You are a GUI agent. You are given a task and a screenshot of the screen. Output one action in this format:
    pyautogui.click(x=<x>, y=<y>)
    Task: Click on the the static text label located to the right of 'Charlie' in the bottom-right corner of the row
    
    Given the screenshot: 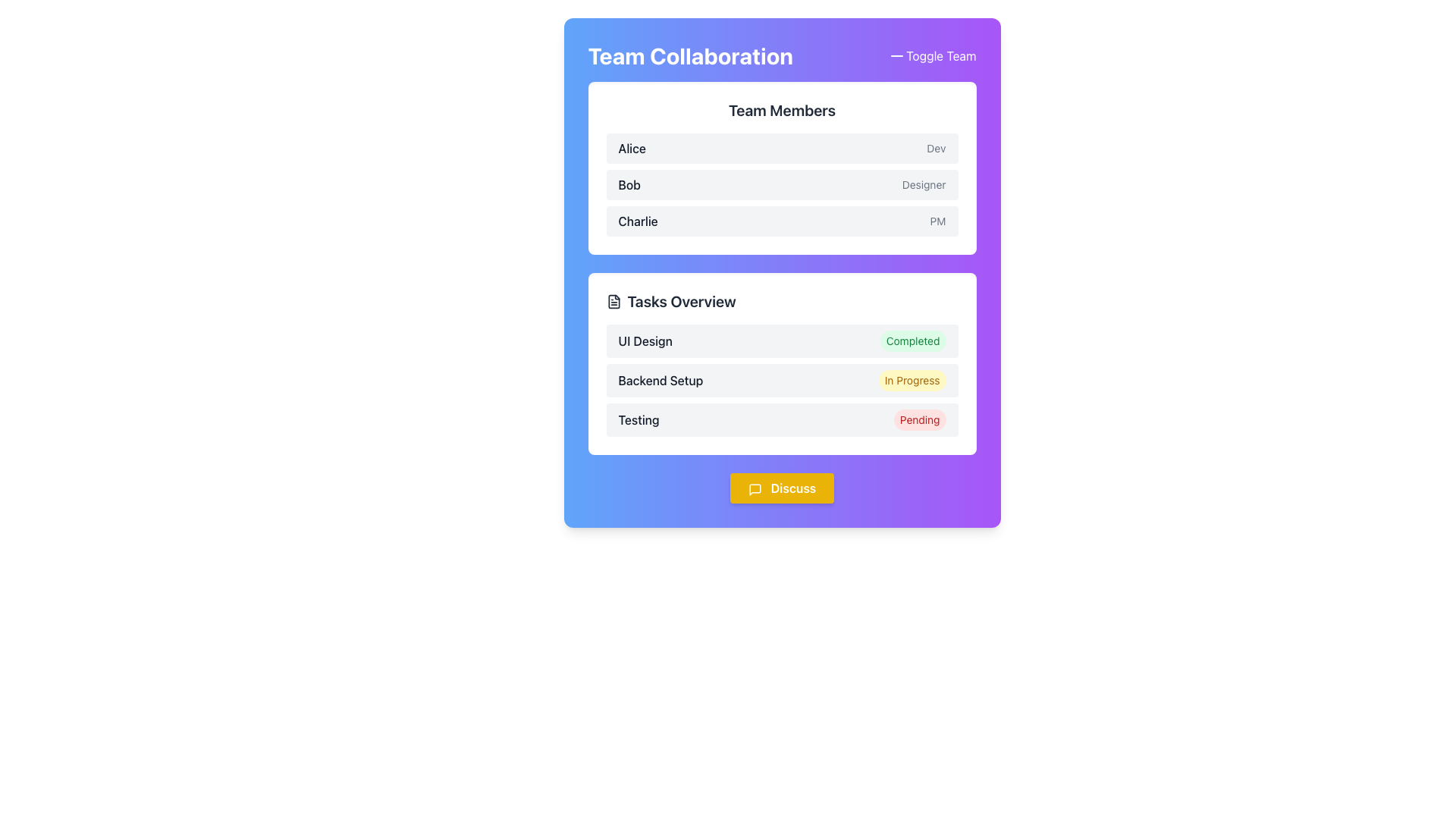 What is the action you would take?
    pyautogui.click(x=937, y=221)
    